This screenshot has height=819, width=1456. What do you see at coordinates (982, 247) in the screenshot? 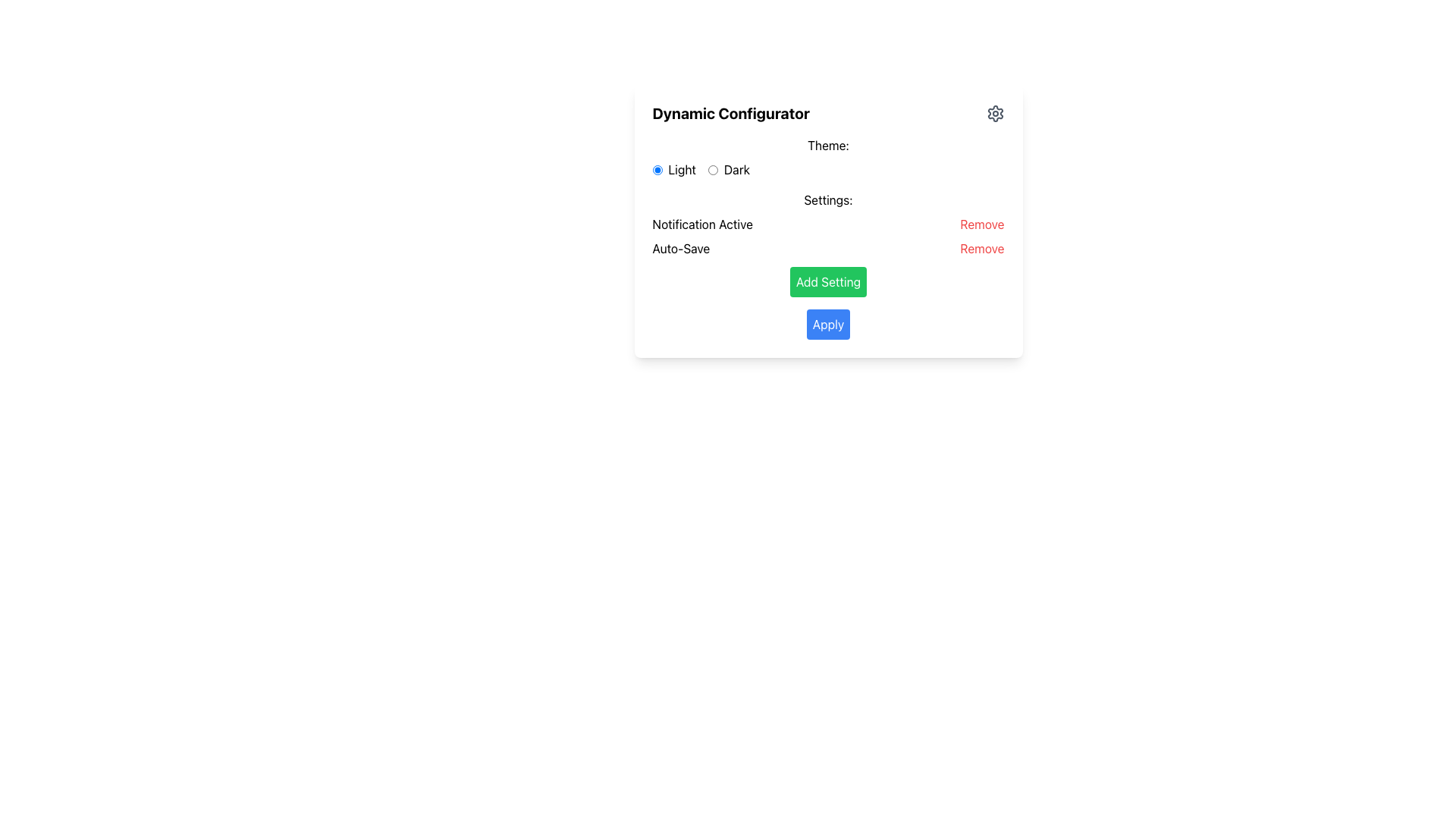
I see `the 'Remove' button styled in red, located to the right of 'Auto-Save' under the 'Settings' in the 'Dynamic Configurator' panel` at bounding box center [982, 247].